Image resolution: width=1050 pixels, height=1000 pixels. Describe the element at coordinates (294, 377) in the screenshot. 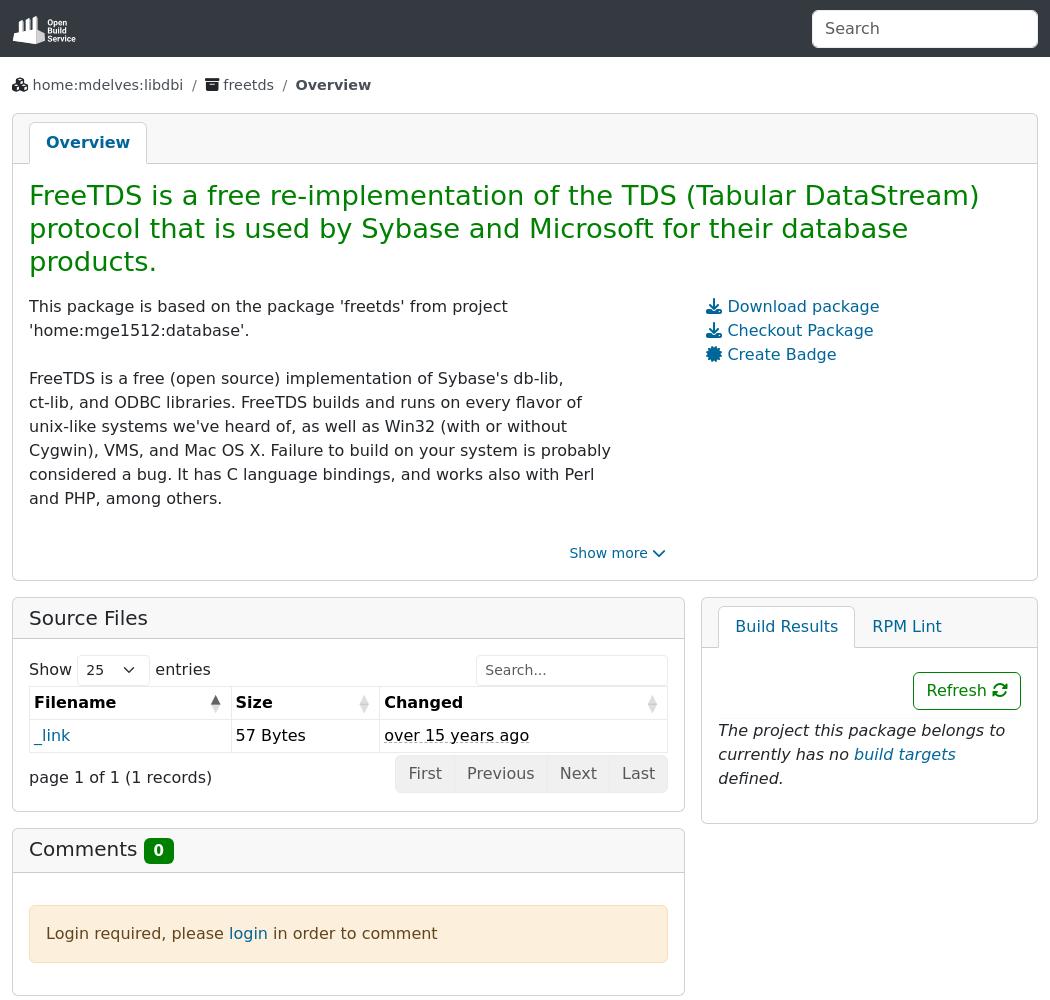

I see `'FreeTDS is a free (open source) implementation of Sybase's db-lib,'` at that location.